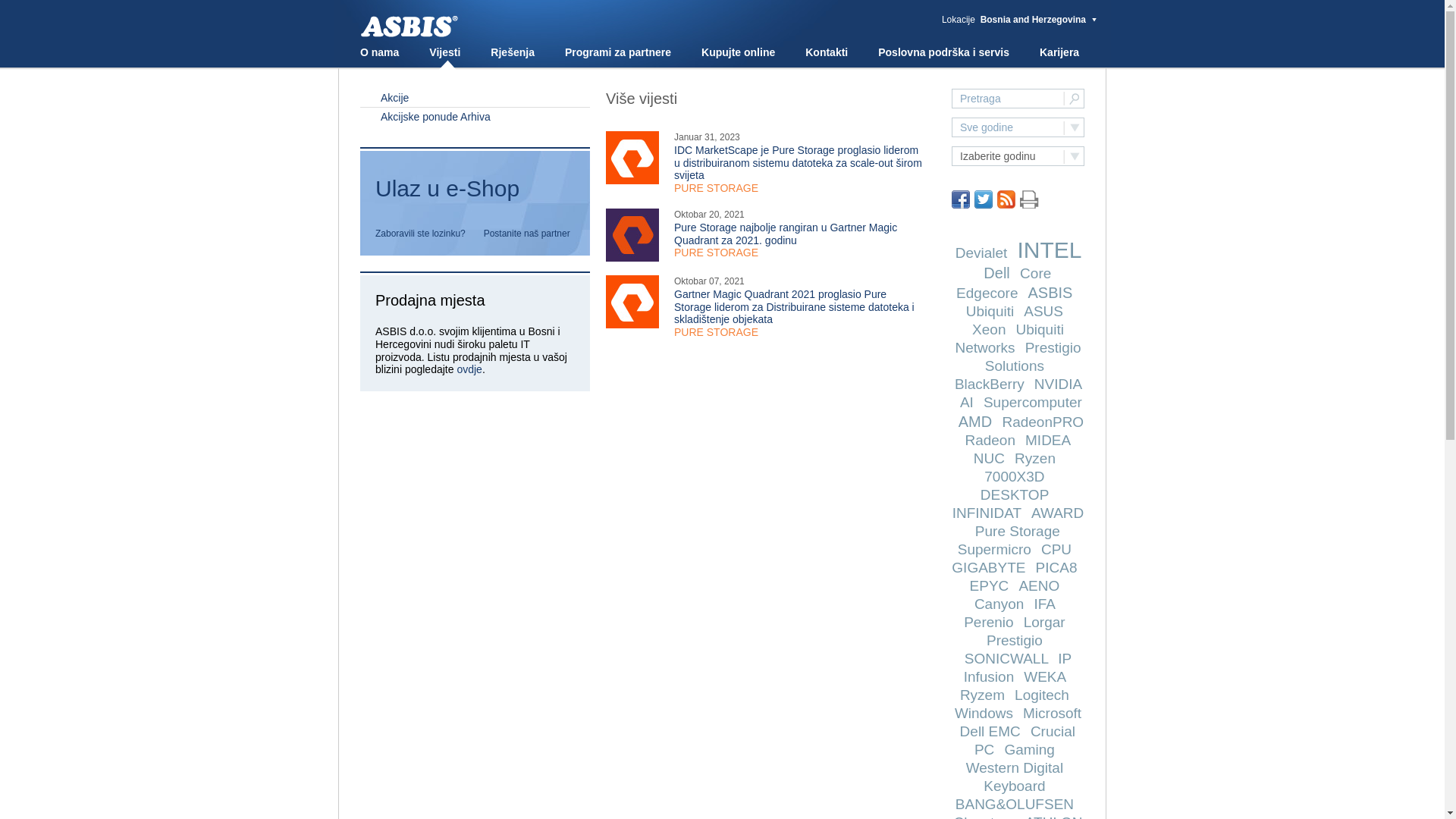  I want to click on 'Programi za partnere', so click(563, 52).